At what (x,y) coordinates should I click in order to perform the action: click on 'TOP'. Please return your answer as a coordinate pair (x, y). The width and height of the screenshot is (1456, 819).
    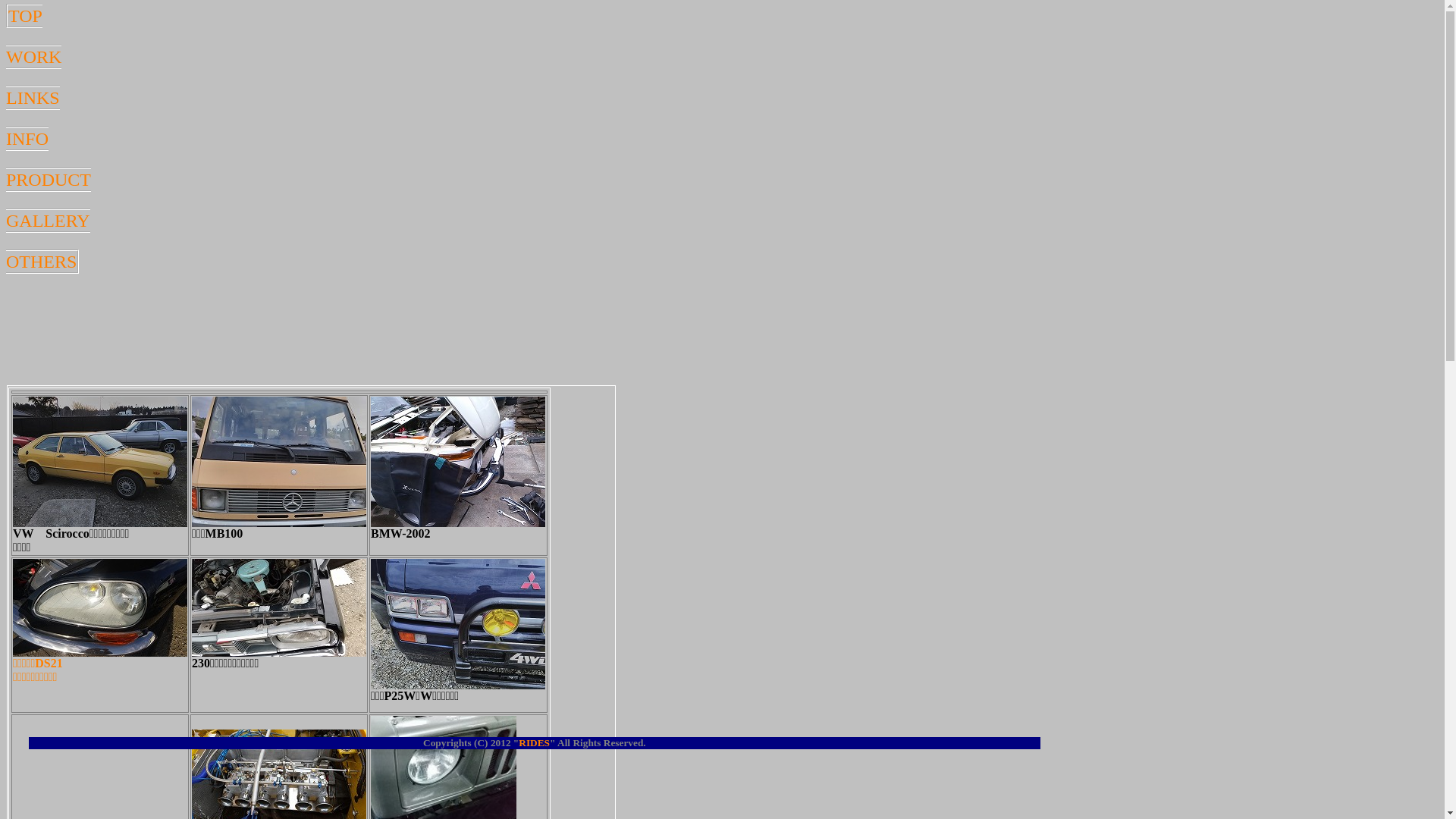
    Looking at the image, I should click on (25, 15).